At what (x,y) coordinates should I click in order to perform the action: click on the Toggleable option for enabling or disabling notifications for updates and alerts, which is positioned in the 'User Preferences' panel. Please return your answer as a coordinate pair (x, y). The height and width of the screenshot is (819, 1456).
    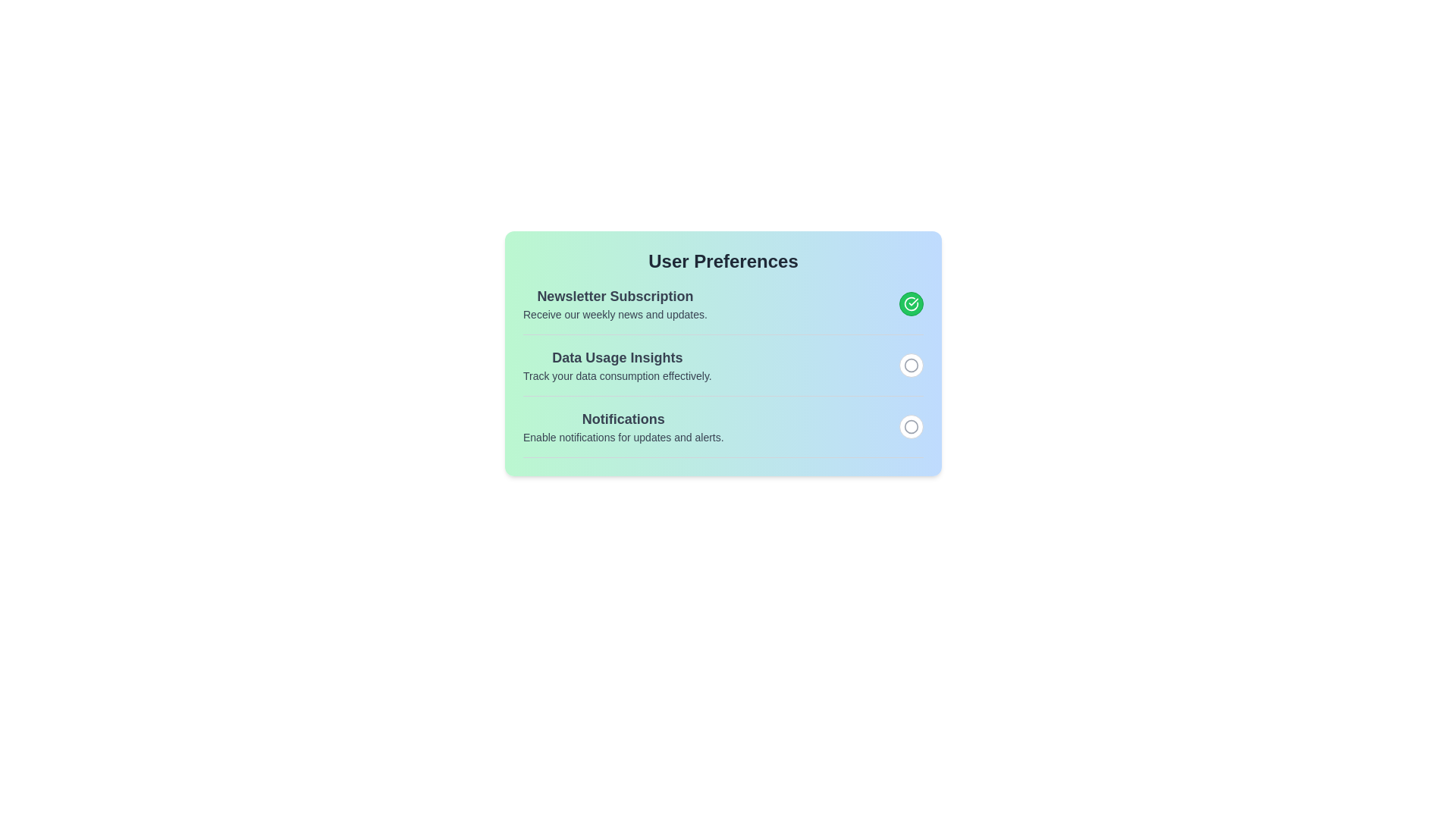
    Looking at the image, I should click on (723, 432).